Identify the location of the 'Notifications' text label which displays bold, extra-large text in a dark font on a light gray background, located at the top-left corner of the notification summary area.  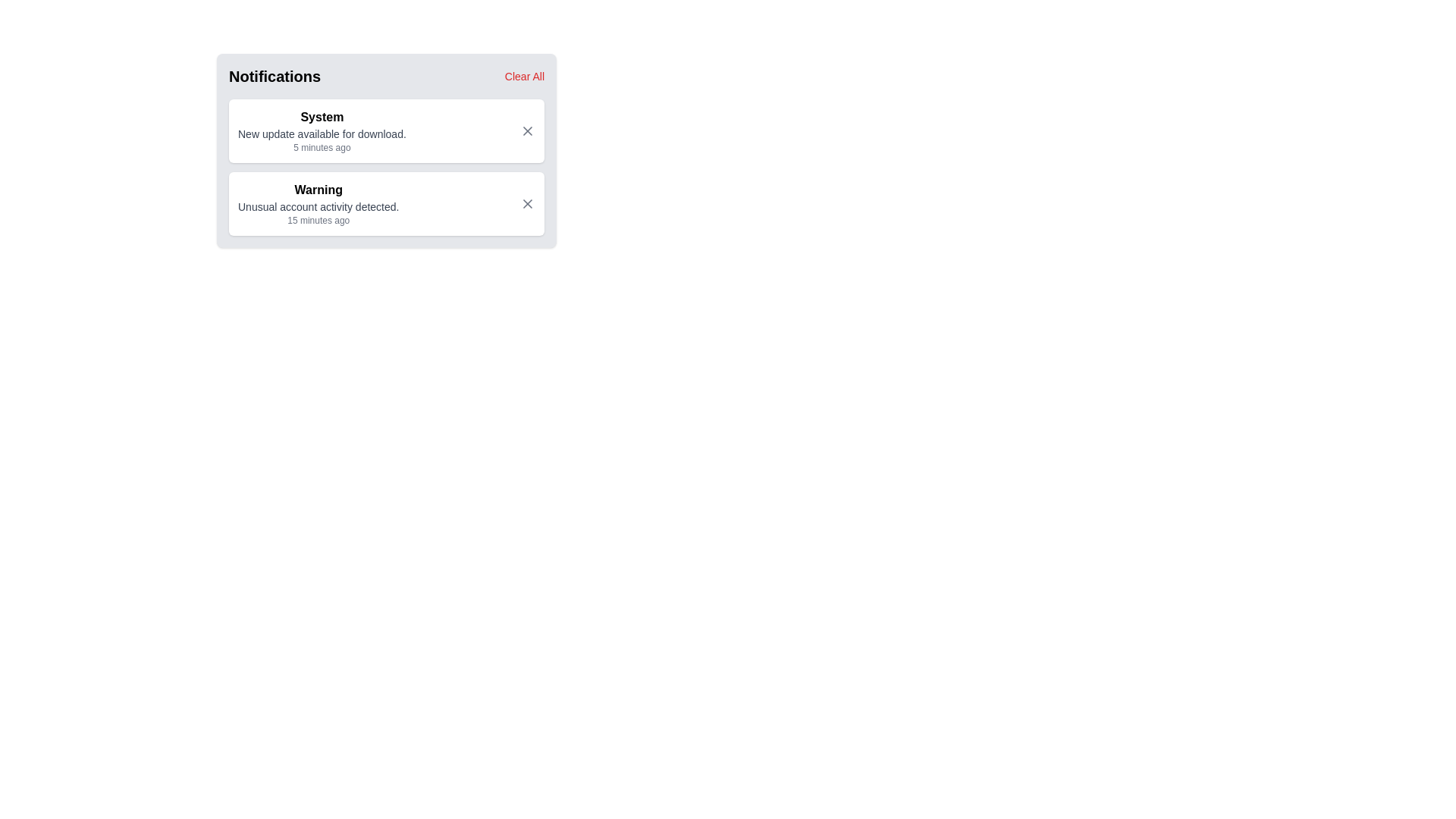
(275, 76).